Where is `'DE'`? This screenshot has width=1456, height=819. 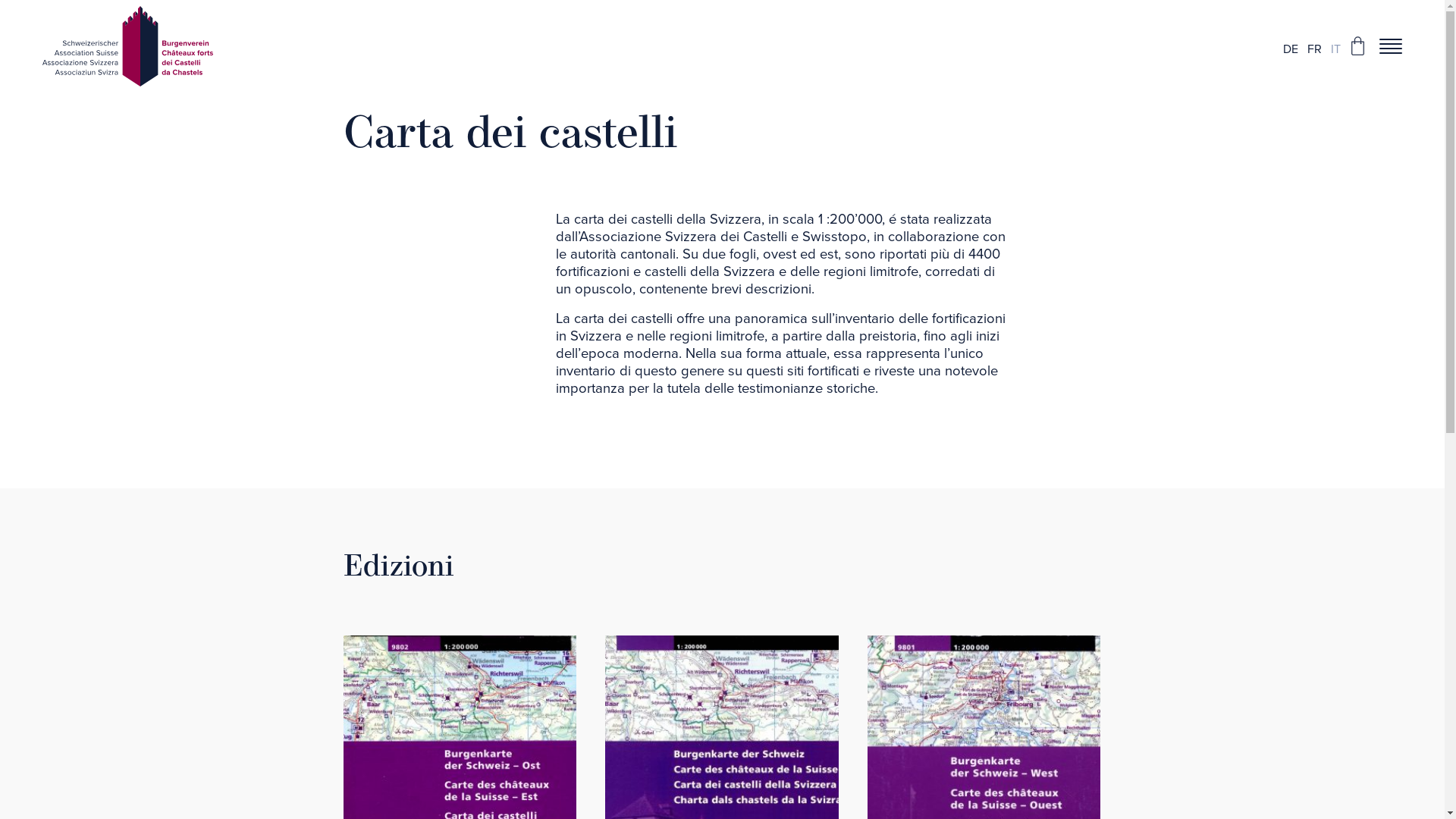 'DE' is located at coordinates (1290, 45).